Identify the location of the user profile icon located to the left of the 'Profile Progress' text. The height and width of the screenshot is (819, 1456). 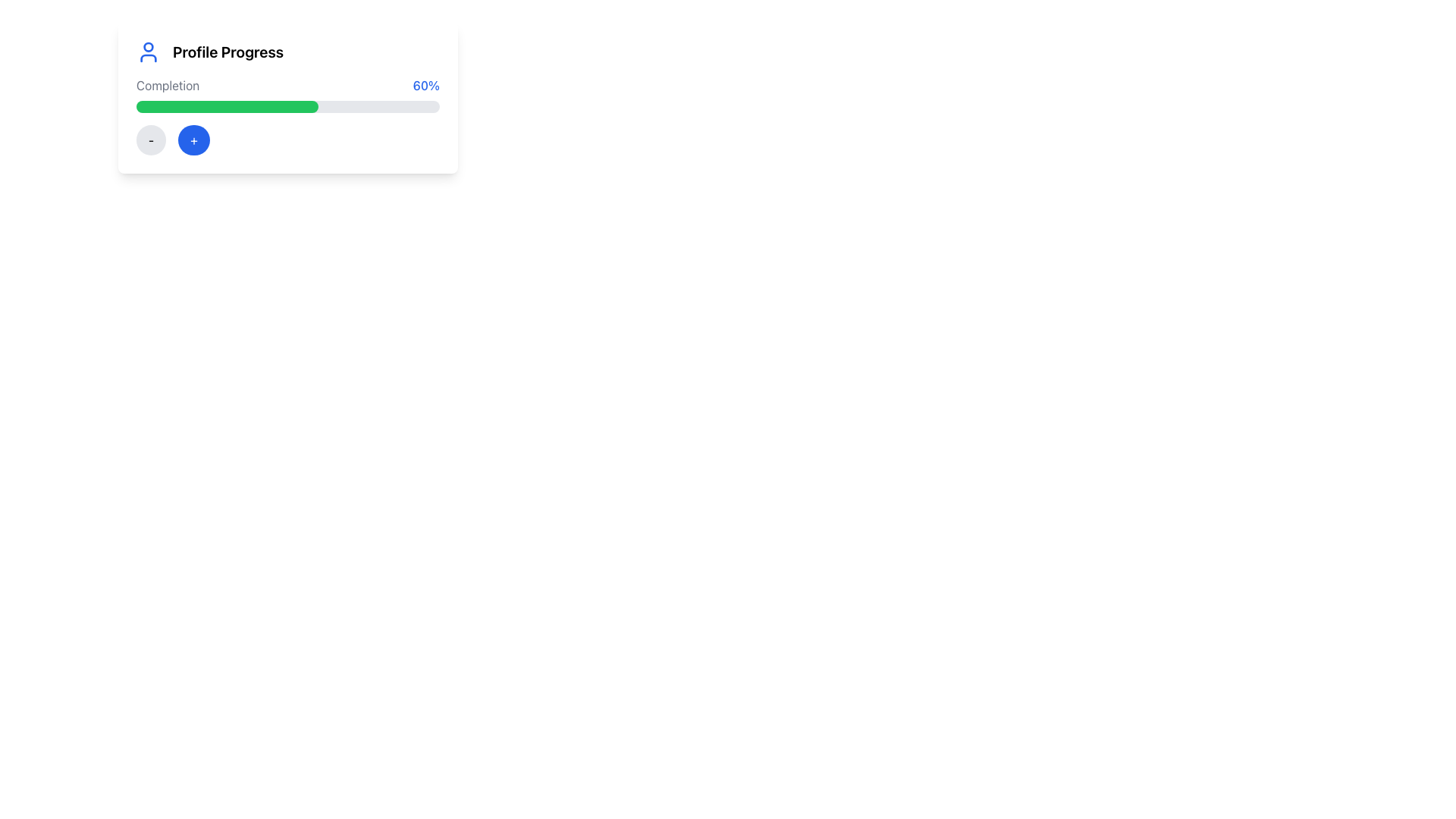
(149, 52).